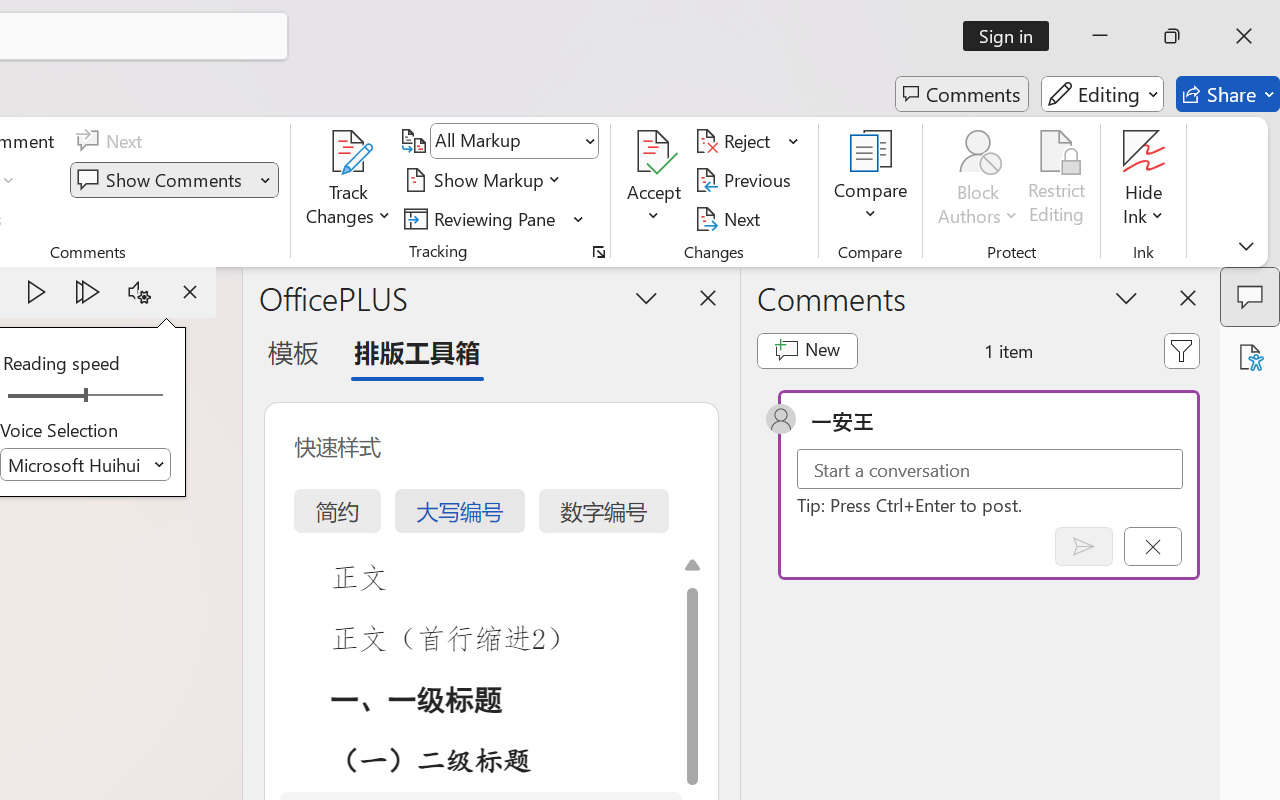 This screenshot has height=800, width=1280. What do you see at coordinates (84, 395) in the screenshot?
I see `'Reading speed'` at bounding box center [84, 395].